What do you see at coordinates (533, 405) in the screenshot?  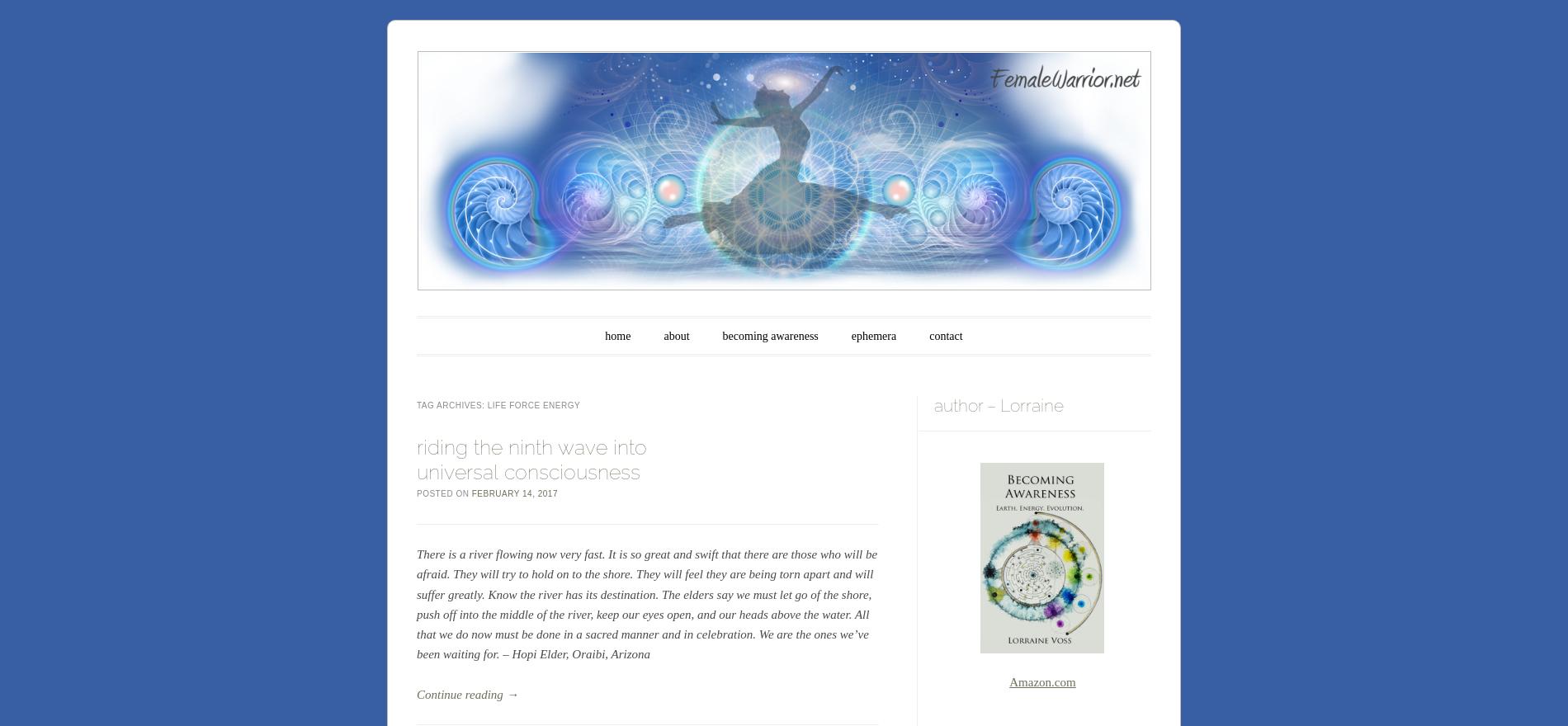 I see `'life force energy'` at bounding box center [533, 405].